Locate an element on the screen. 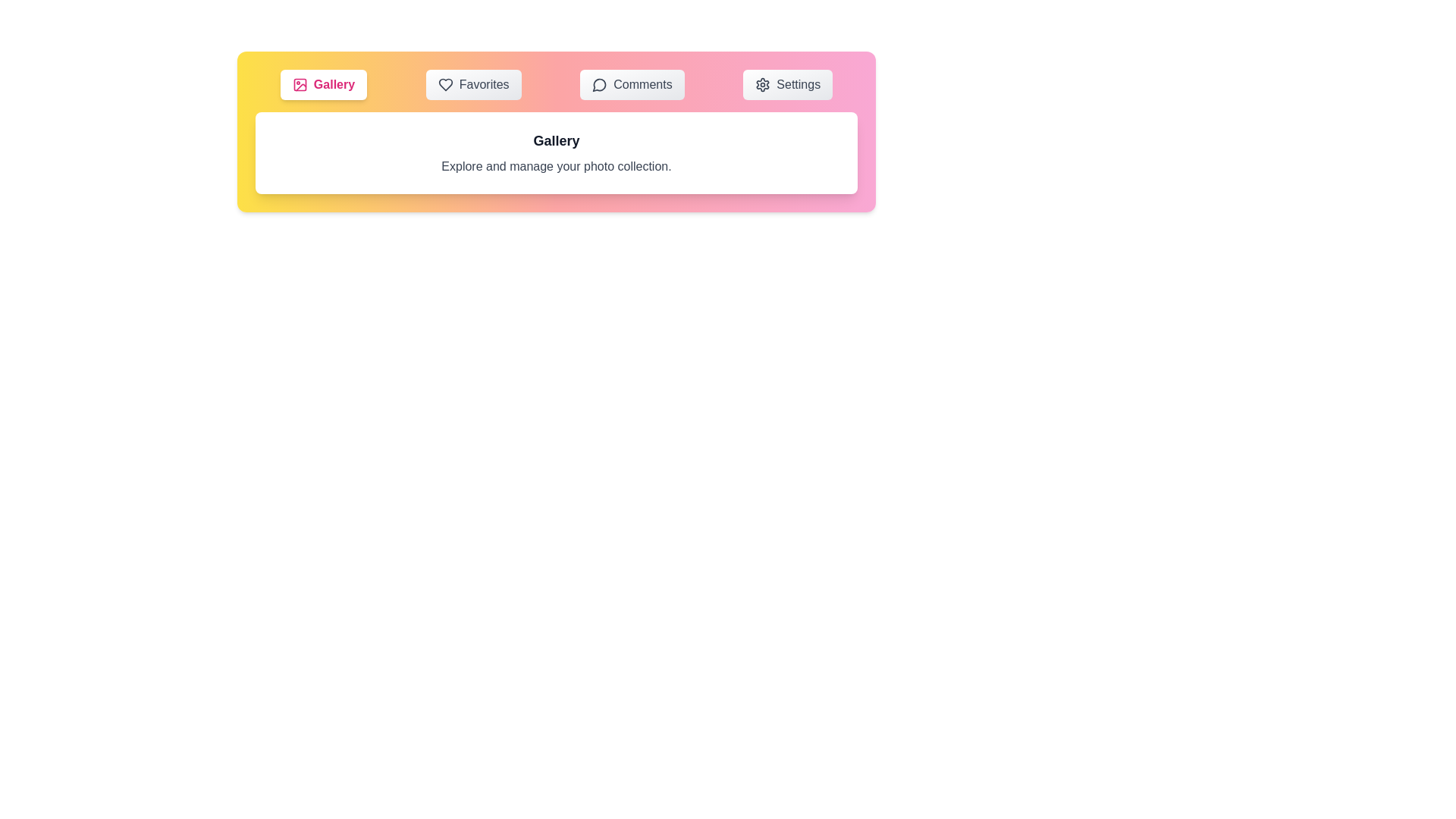  the Favorites tab is located at coordinates (472, 84).